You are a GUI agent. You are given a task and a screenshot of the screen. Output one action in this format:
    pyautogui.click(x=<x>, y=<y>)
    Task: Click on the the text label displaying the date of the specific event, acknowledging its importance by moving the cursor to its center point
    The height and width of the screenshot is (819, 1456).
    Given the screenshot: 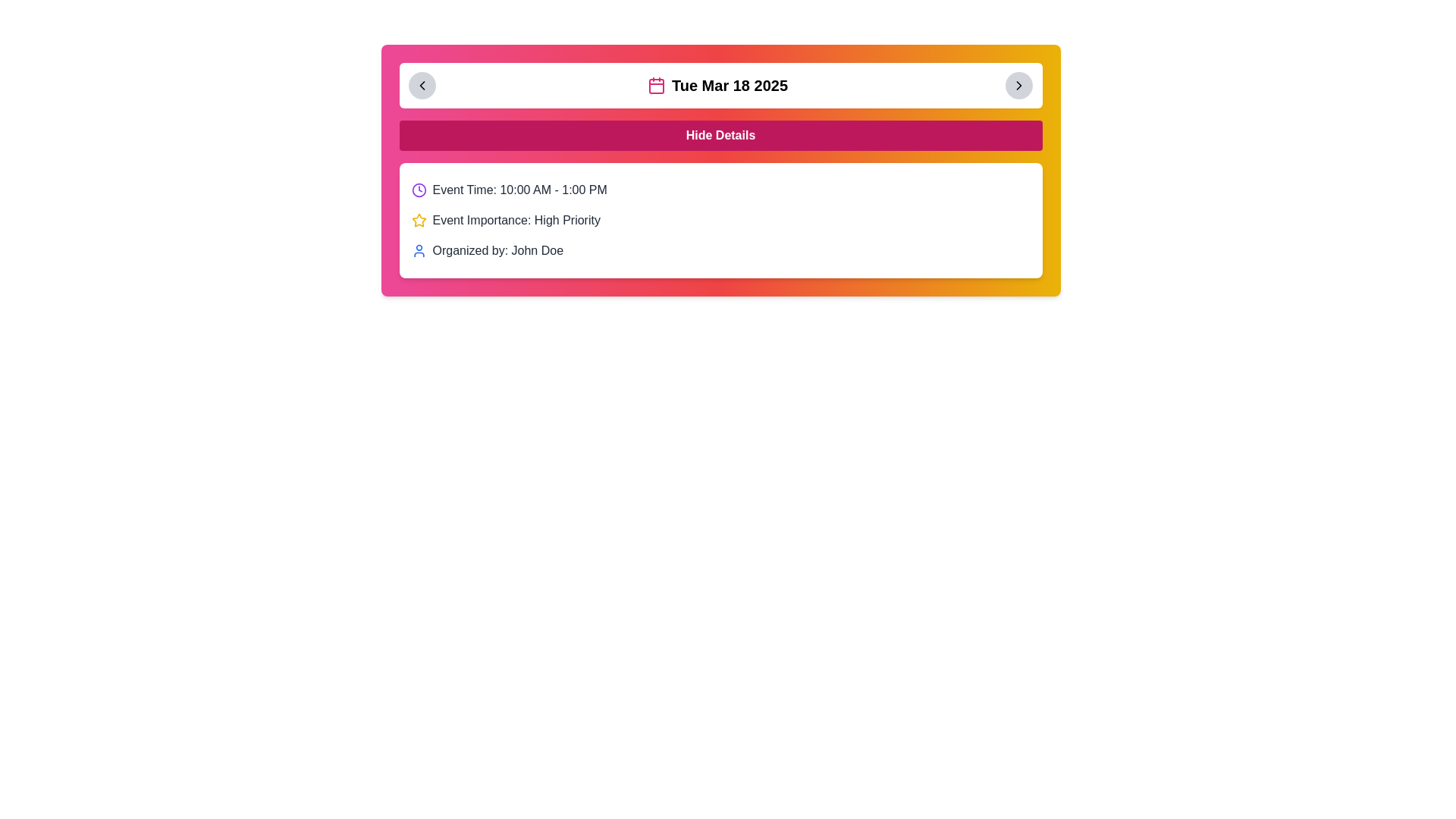 What is the action you would take?
    pyautogui.click(x=730, y=85)
    